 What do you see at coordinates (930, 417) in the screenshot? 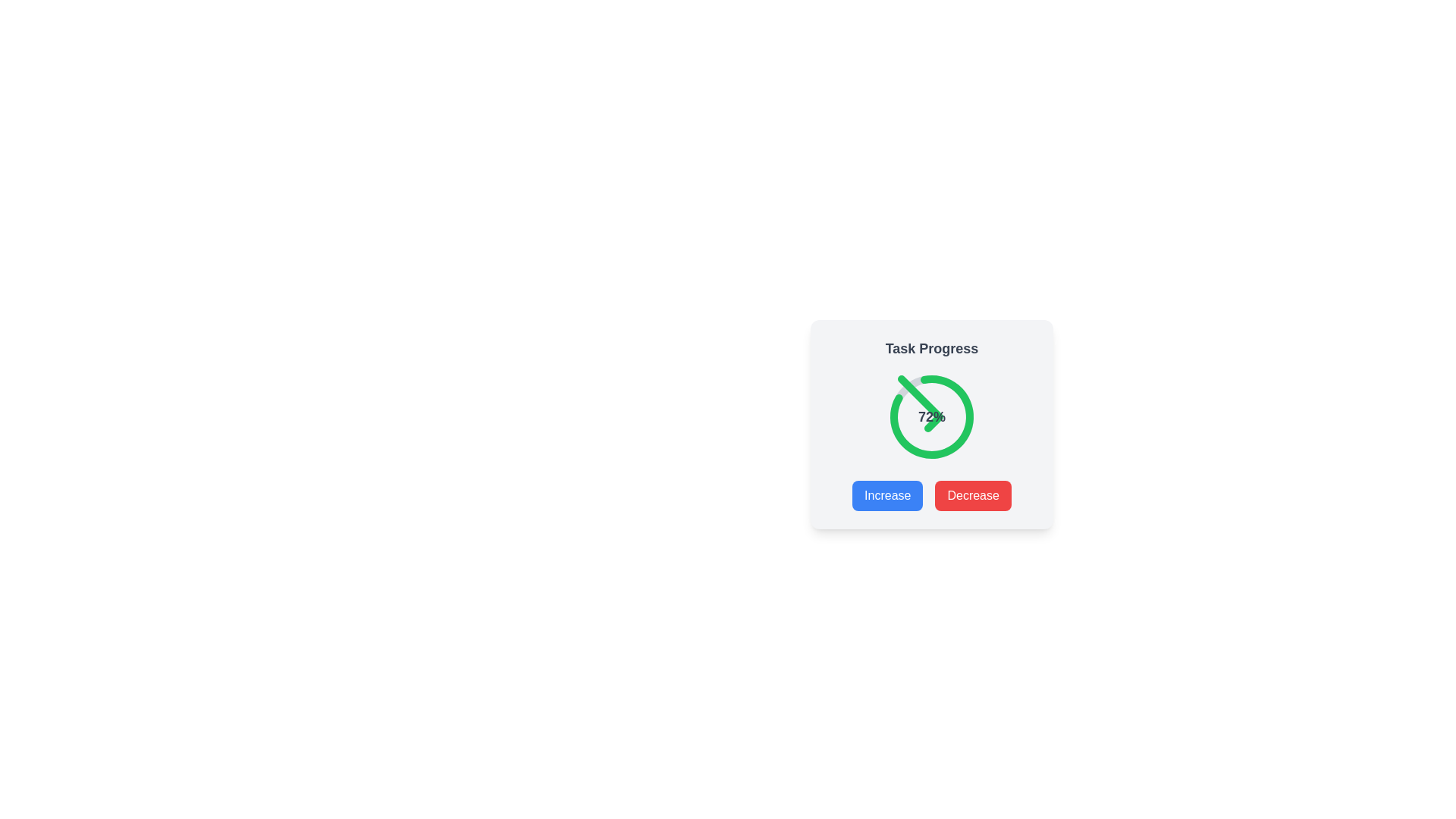
I see `the Static Text Content displaying '72%' which is bold, larger in font size, and gray-colored, located centrally within a circular progress indicator below 'Task Progress'` at bounding box center [930, 417].